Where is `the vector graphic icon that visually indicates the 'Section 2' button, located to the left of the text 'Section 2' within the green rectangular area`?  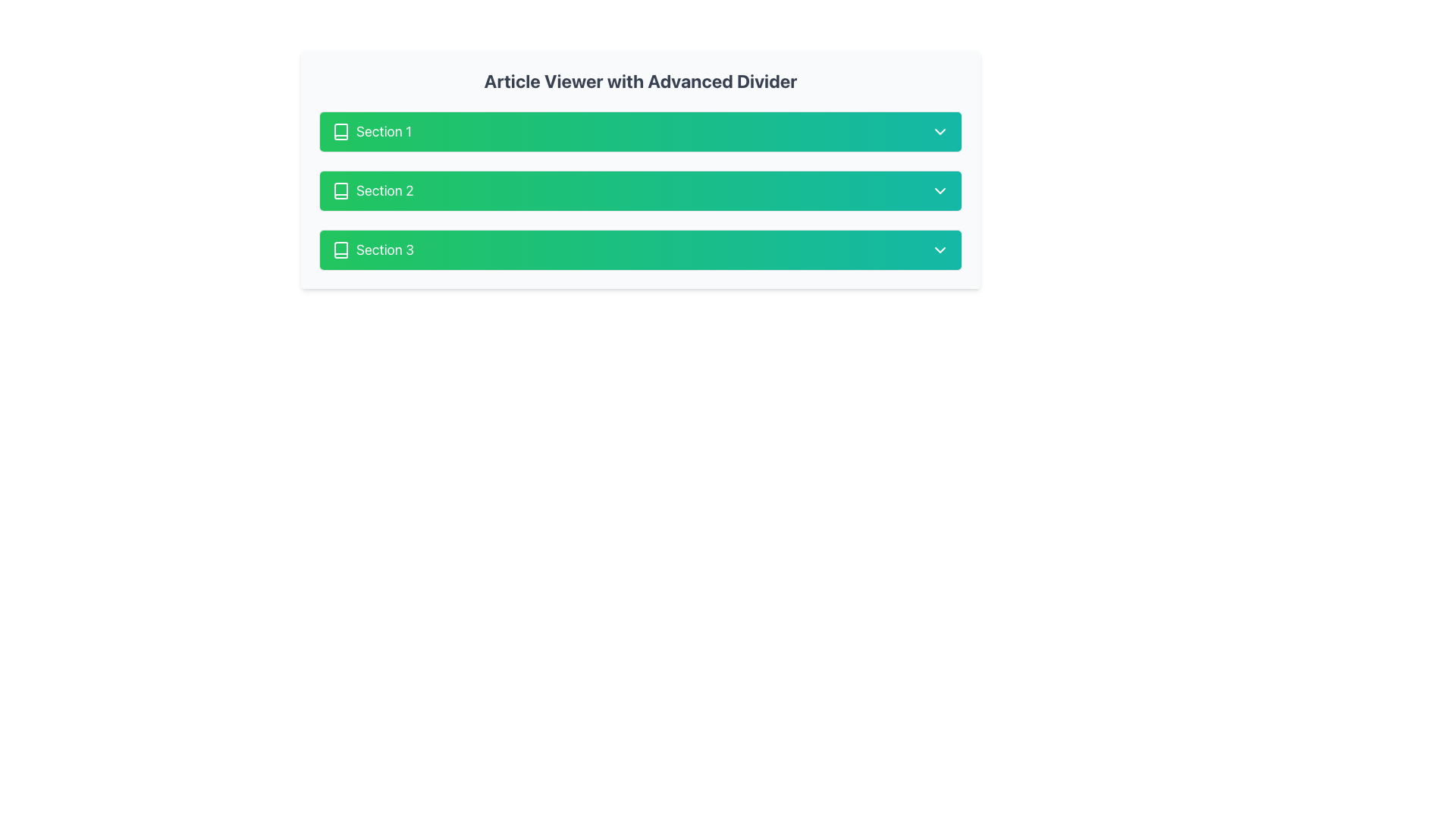
the vector graphic icon that visually indicates the 'Section 2' button, located to the left of the text 'Section 2' within the green rectangular area is located at coordinates (340, 190).